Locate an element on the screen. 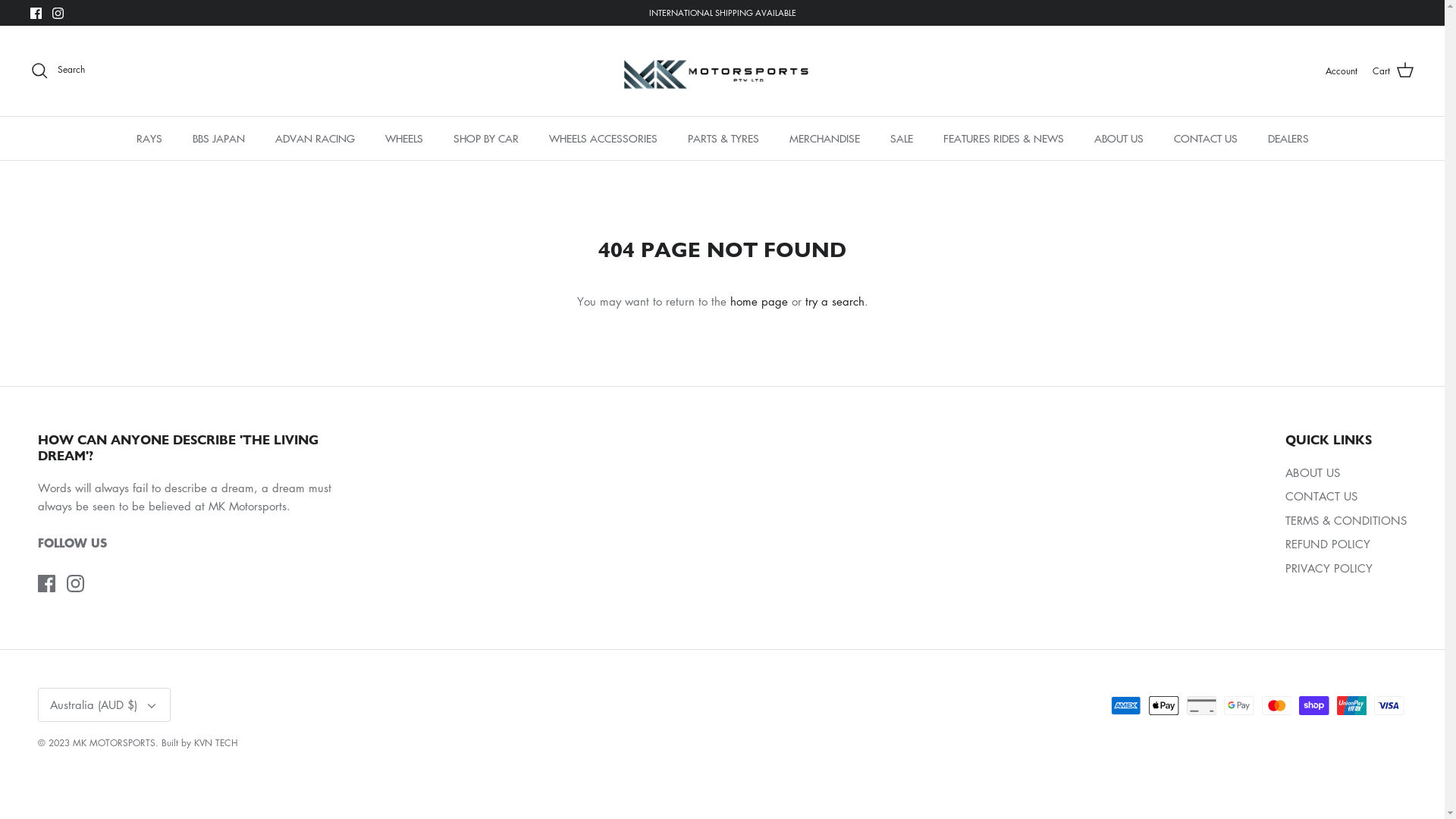  'MERCHANDISE' is located at coordinates (775, 138).